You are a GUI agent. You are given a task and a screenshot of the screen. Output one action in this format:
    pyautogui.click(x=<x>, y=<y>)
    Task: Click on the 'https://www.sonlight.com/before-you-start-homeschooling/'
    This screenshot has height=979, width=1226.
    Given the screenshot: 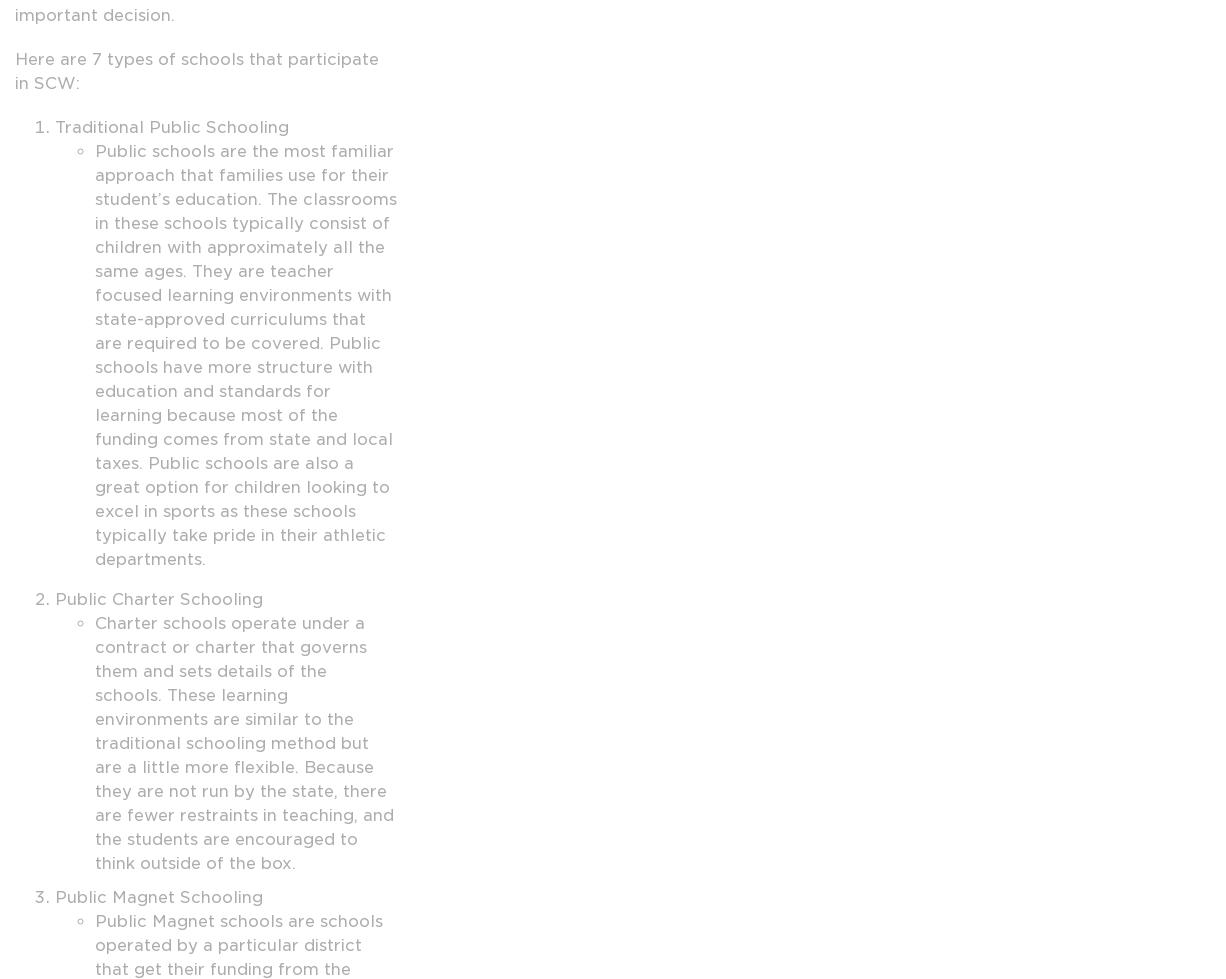 What is the action you would take?
    pyautogui.click(x=192, y=129)
    